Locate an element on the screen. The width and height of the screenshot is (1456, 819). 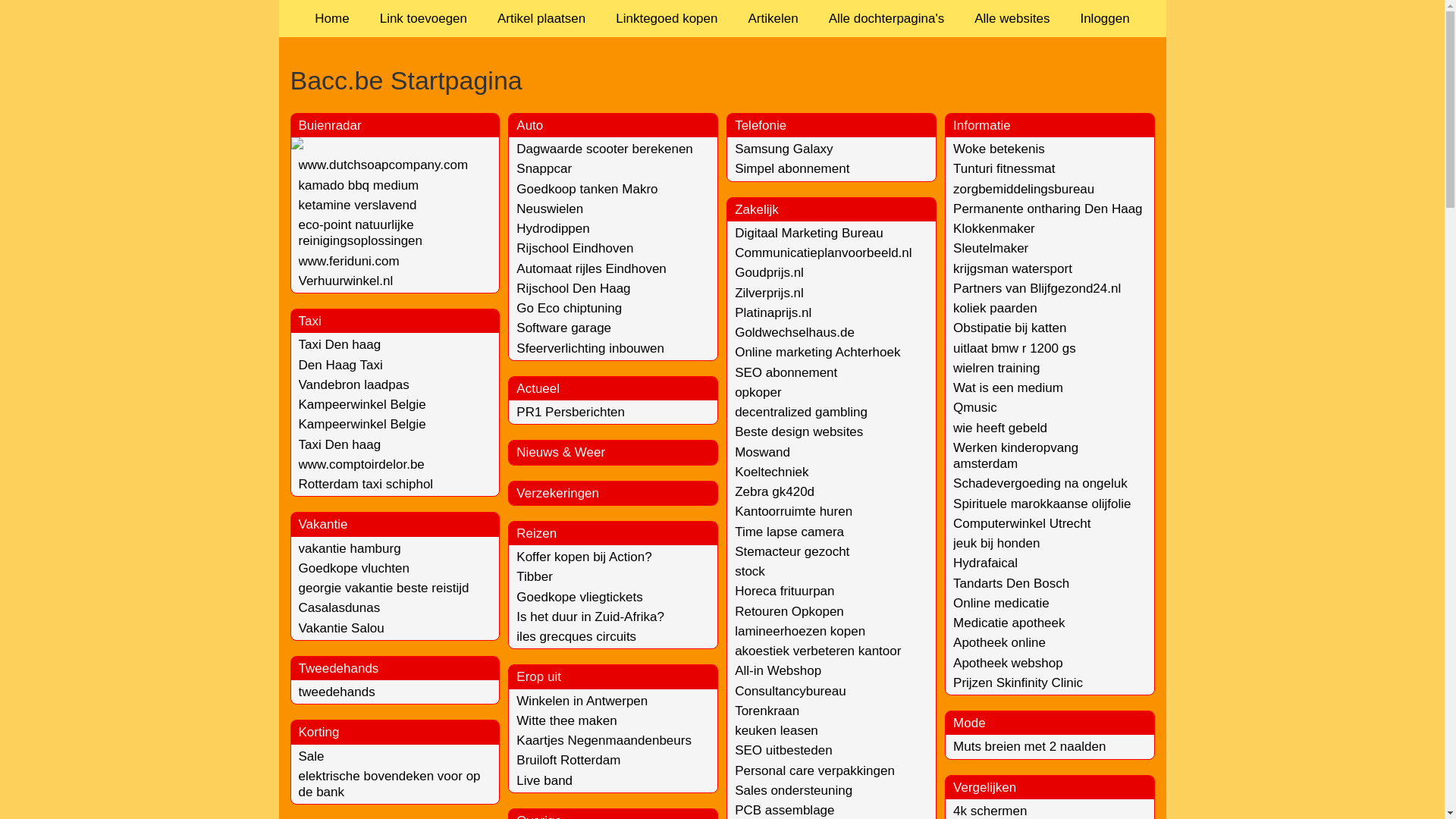
'iles grecques circuits' is located at coordinates (575, 636).